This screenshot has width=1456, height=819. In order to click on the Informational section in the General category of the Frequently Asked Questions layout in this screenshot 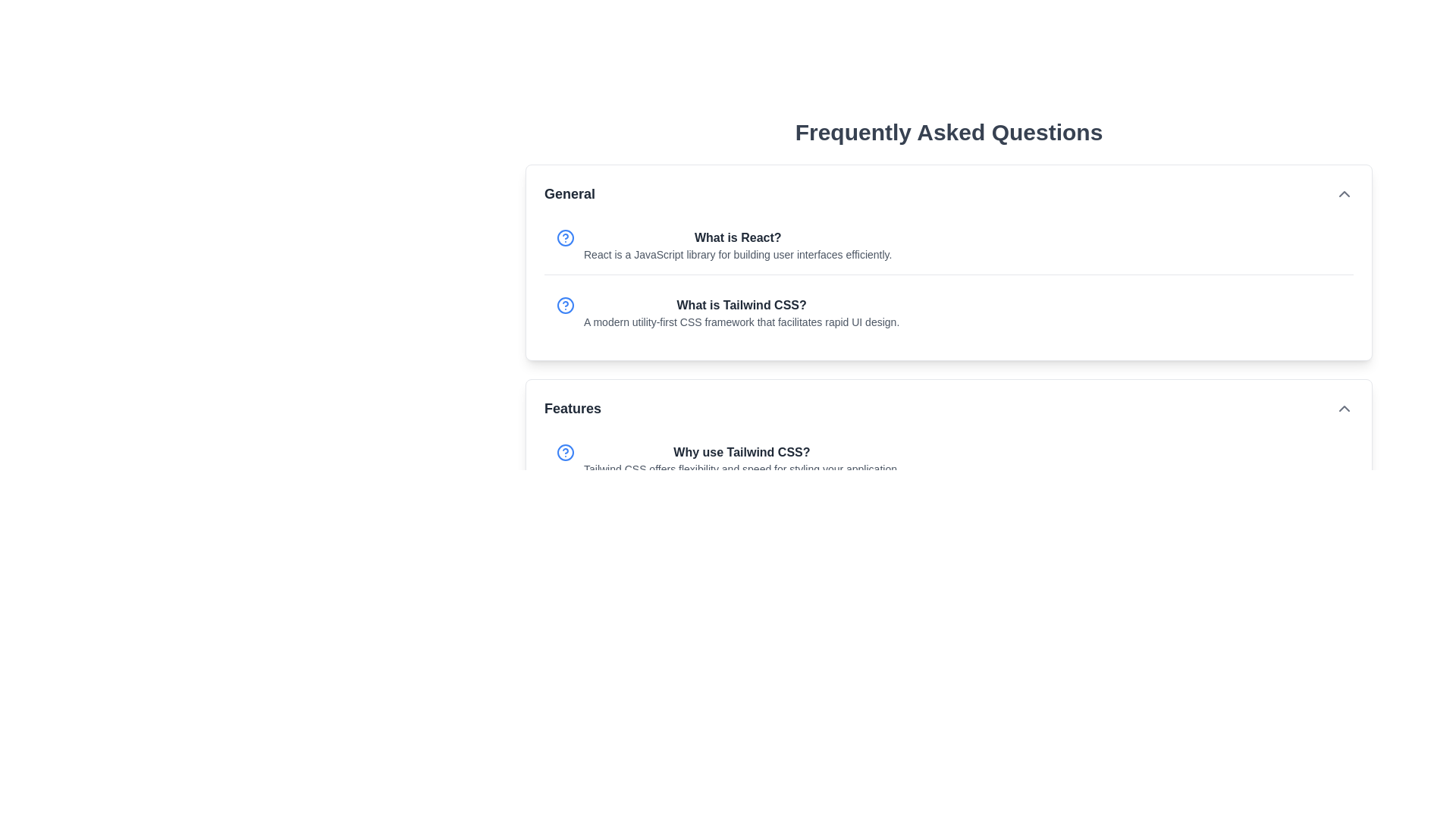, I will do `click(948, 245)`.